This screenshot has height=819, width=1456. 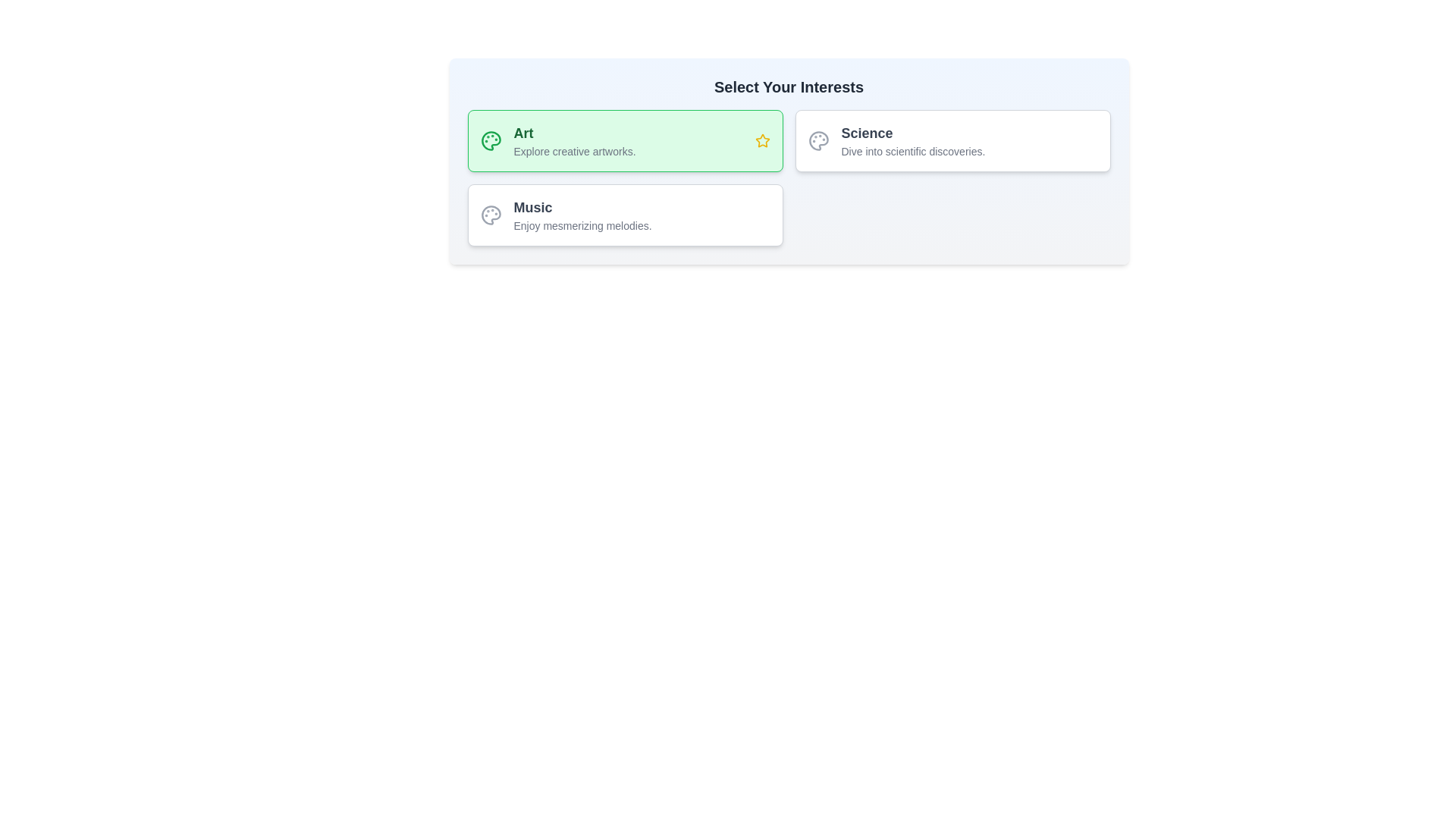 What do you see at coordinates (952, 140) in the screenshot?
I see `the category Science by clicking its button` at bounding box center [952, 140].